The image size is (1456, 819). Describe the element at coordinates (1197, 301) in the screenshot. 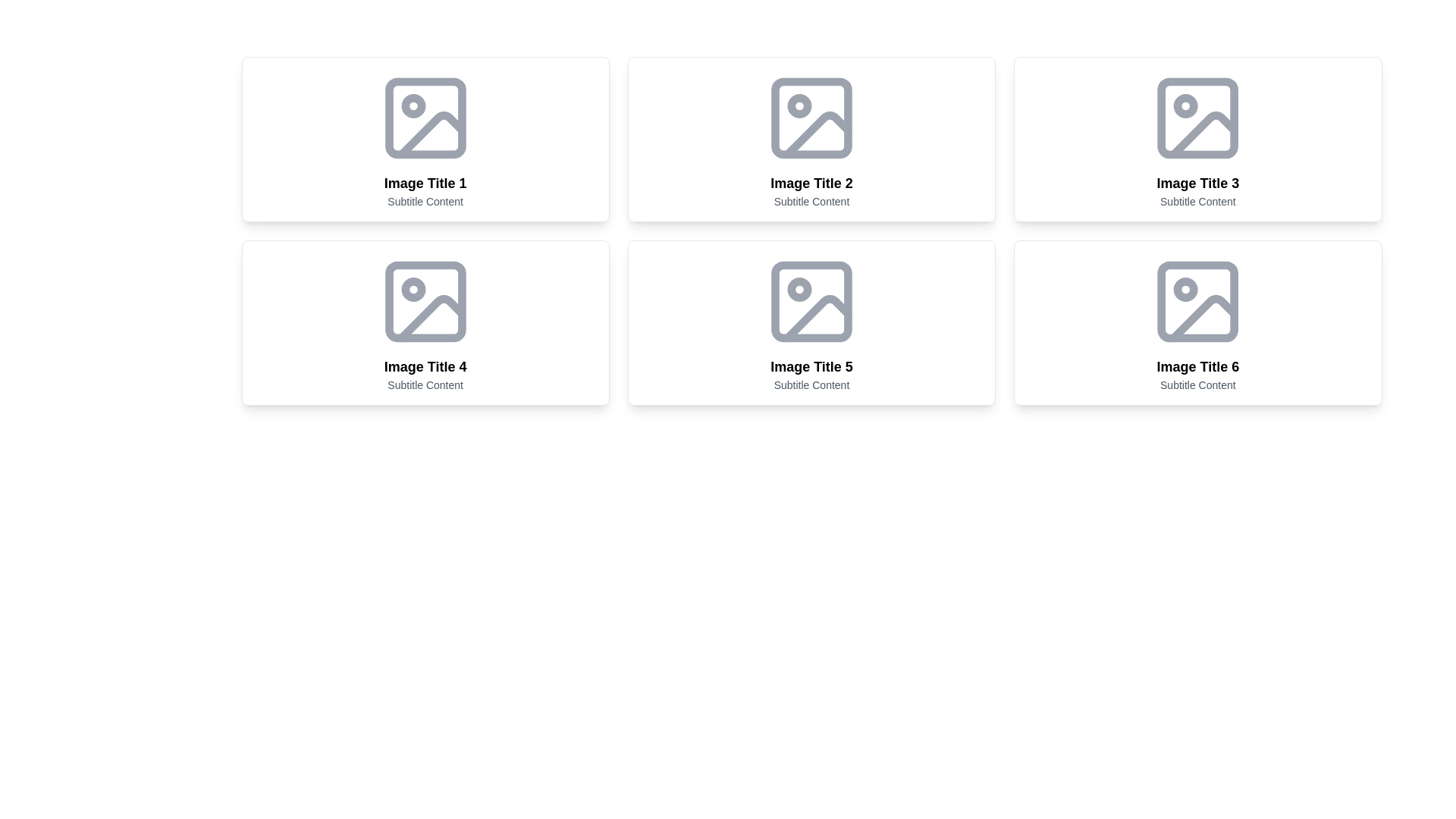

I see `the graphical decoration or icon component in the sixth content card titled 'Image Title 6', located in the second row and third column of the layout` at that location.